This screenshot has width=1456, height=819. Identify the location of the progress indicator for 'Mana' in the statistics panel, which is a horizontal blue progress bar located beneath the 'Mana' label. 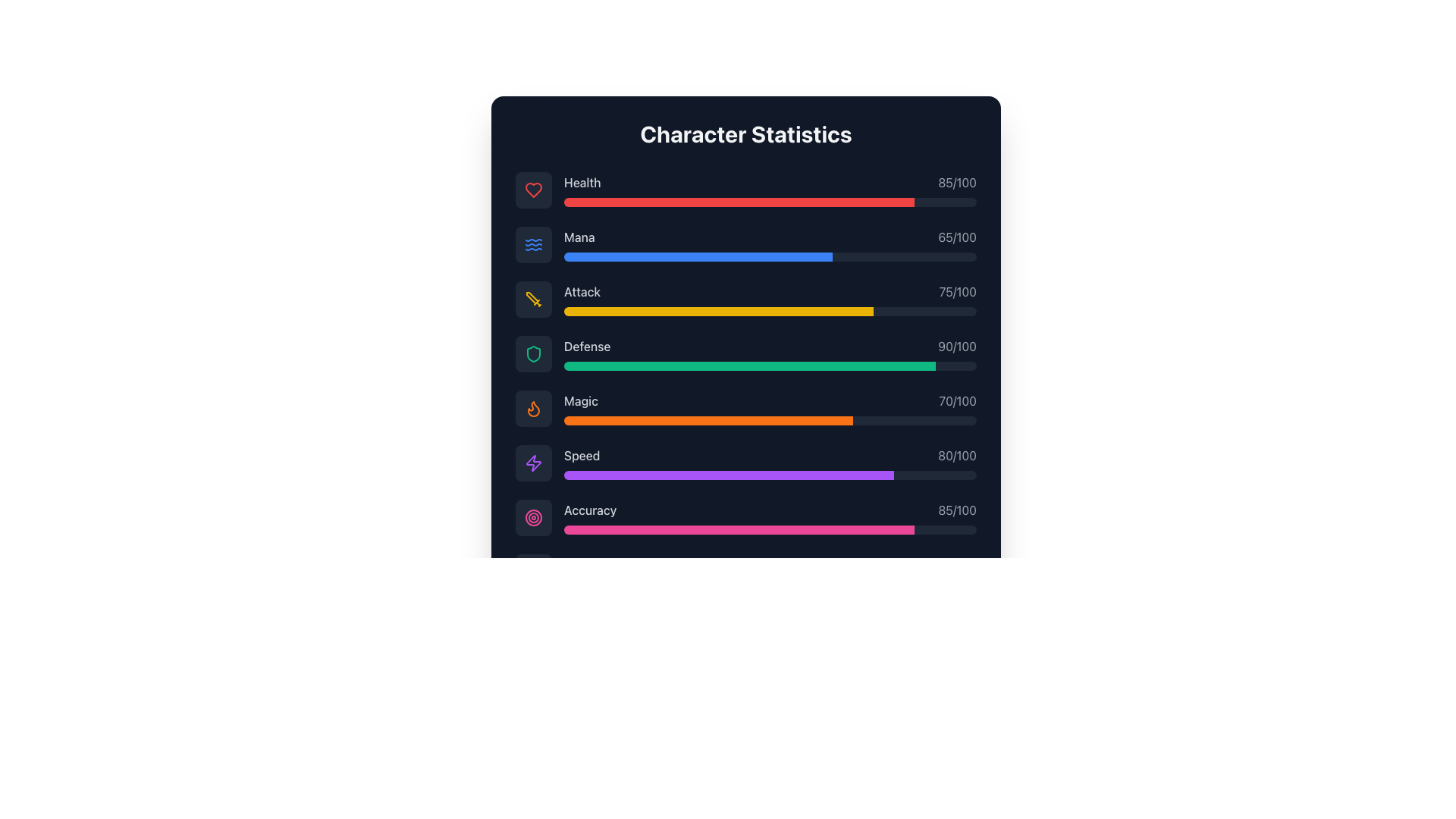
(697, 256).